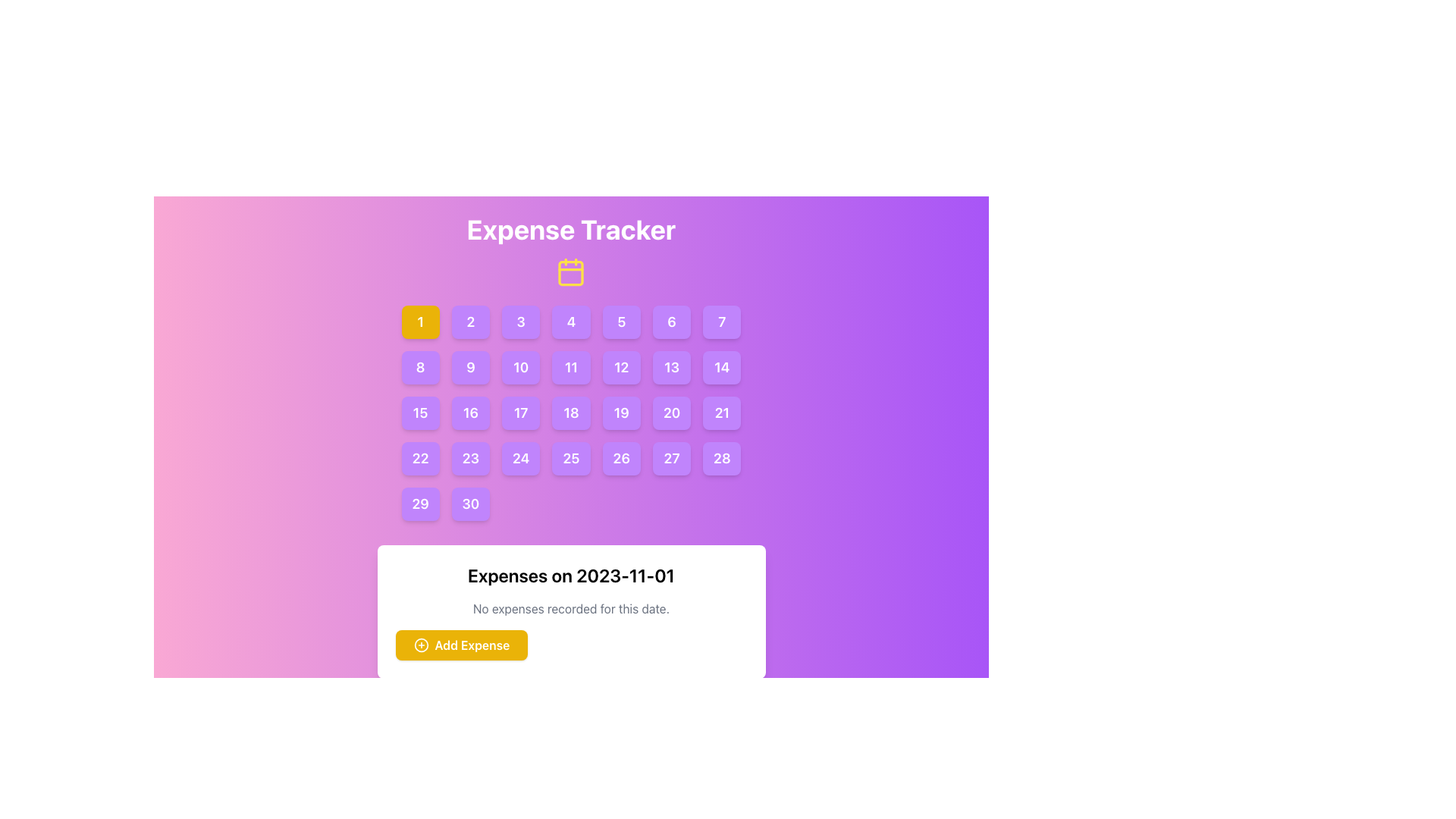  Describe the element at coordinates (469, 321) in the screenshot. I see `the selectable button corresponding to the second day of the month in the calendar interface under 'Expense Tracker' to observe its hover effect` at that location.